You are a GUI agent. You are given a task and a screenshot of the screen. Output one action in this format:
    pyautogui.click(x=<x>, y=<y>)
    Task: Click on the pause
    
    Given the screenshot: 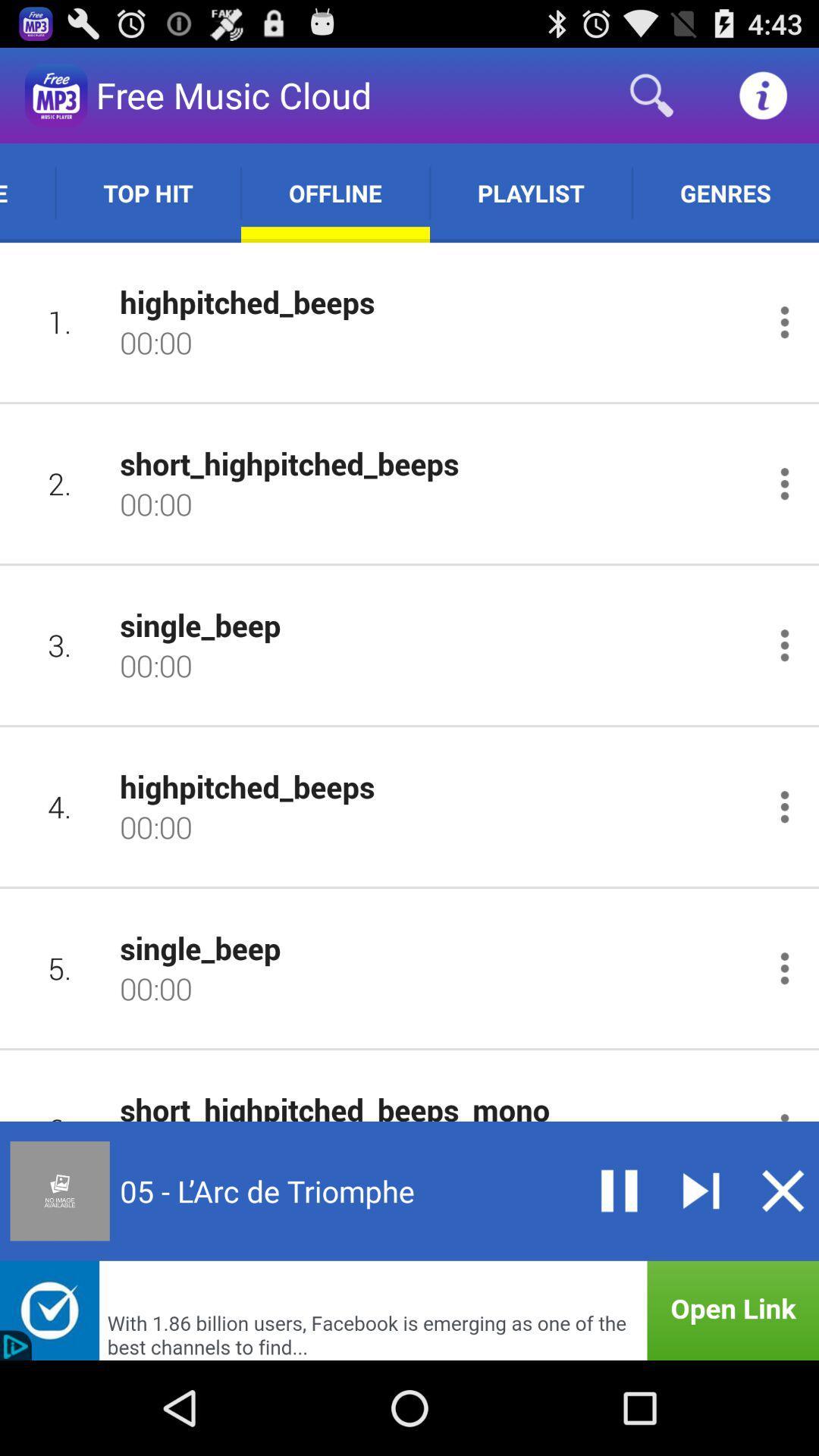 What is the action you would take?
    pyautogui.click(x=619, y=1190)
    